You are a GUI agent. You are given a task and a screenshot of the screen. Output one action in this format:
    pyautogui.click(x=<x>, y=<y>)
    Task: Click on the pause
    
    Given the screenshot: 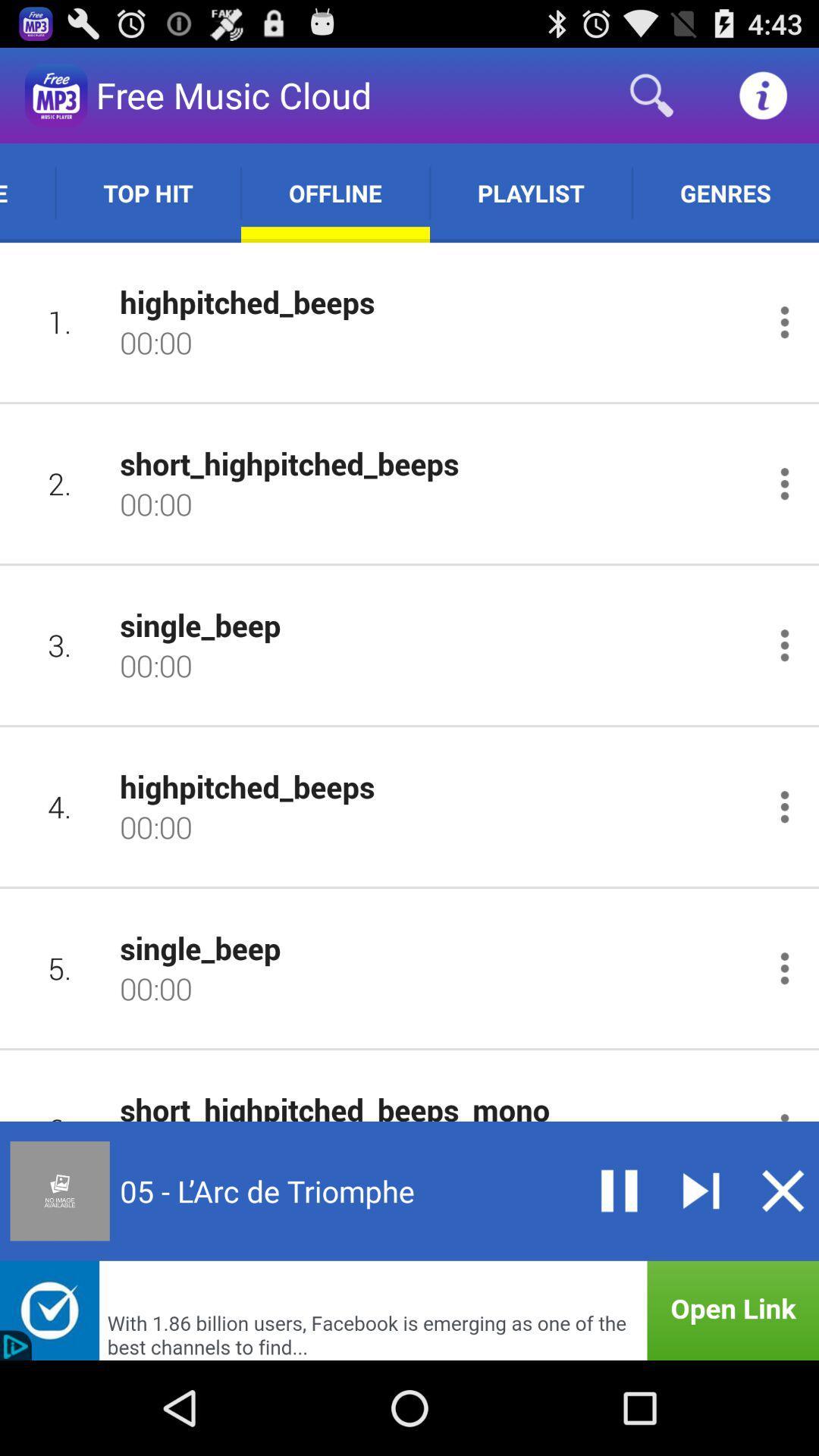 What is the action you would take?
    pyautogui.click(x=619, y=1190)
    